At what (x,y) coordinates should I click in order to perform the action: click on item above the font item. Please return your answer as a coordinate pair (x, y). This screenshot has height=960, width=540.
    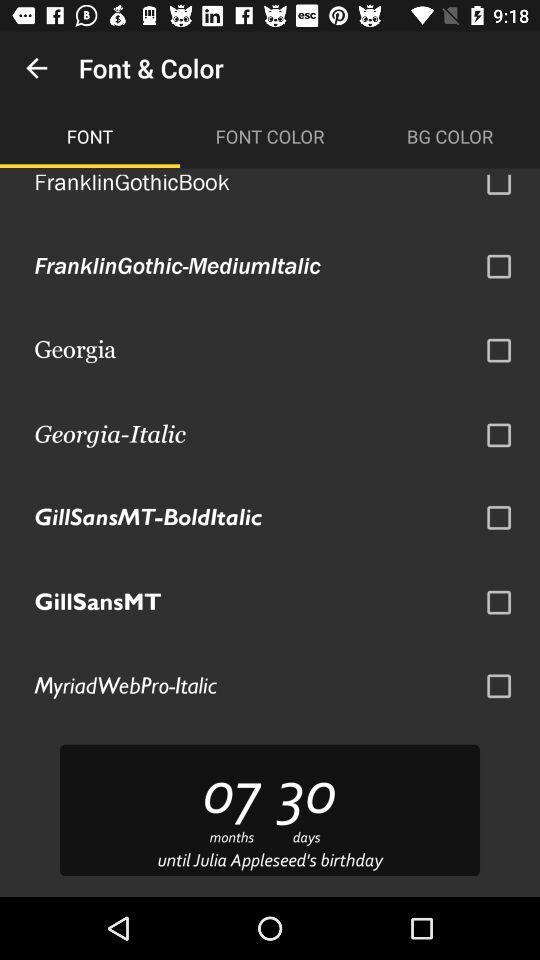
    Looking at the image, I should click on (36, 68).